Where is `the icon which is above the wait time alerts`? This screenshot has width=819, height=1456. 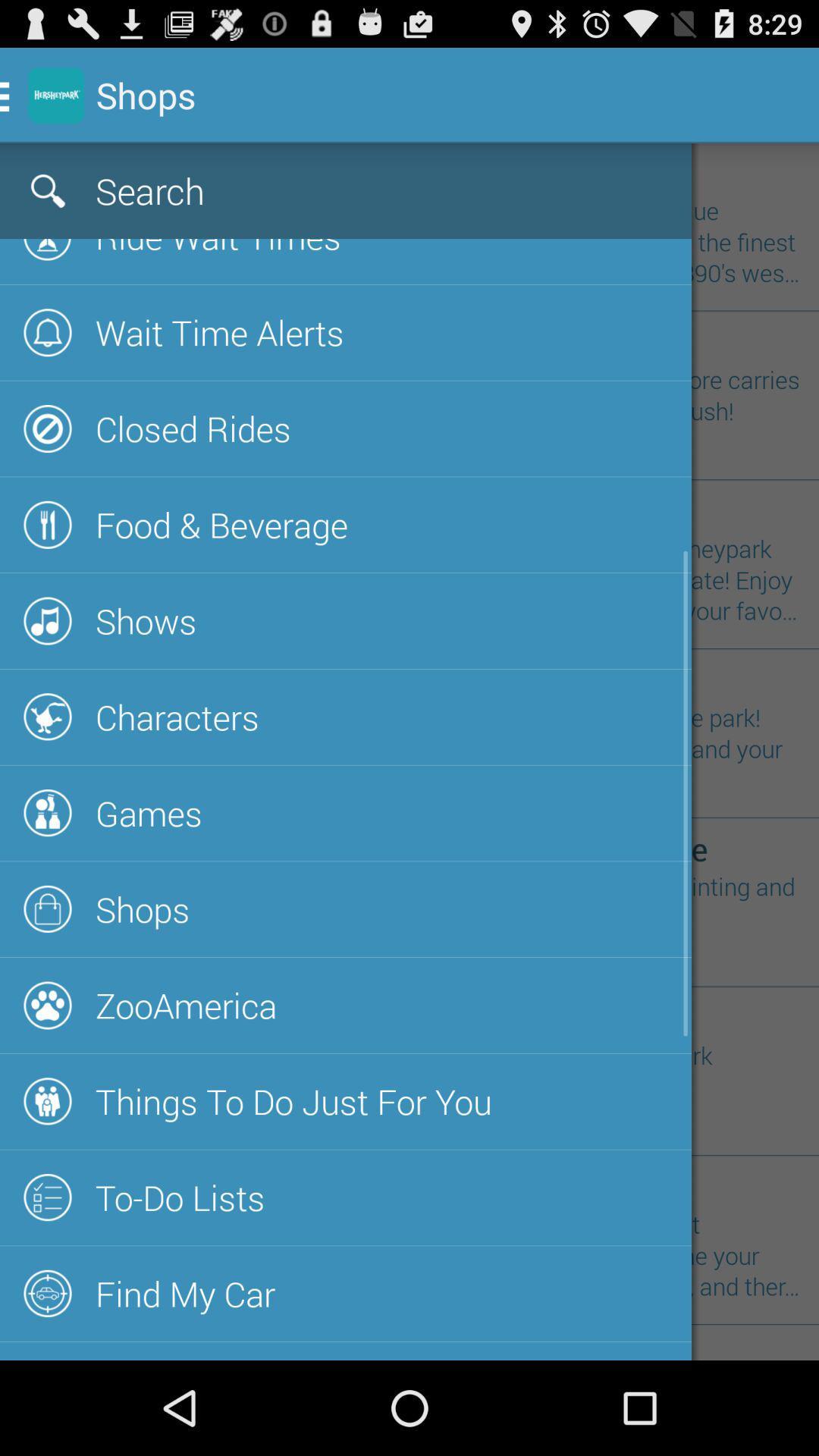 the icon which is above the wait time alerts is located at coordinates (47, 249).